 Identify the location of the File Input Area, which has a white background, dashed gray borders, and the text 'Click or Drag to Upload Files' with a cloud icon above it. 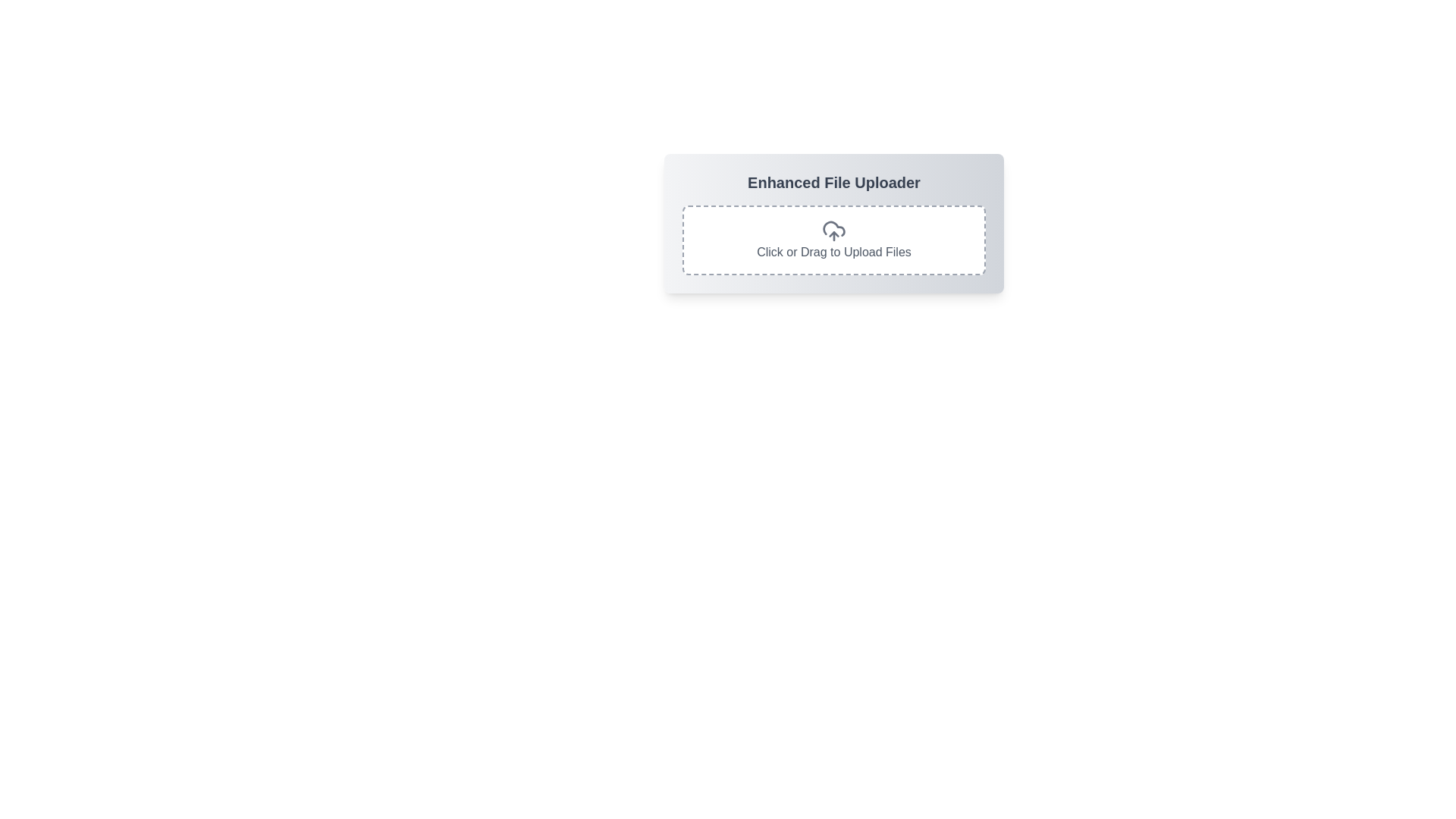
(833, 239).